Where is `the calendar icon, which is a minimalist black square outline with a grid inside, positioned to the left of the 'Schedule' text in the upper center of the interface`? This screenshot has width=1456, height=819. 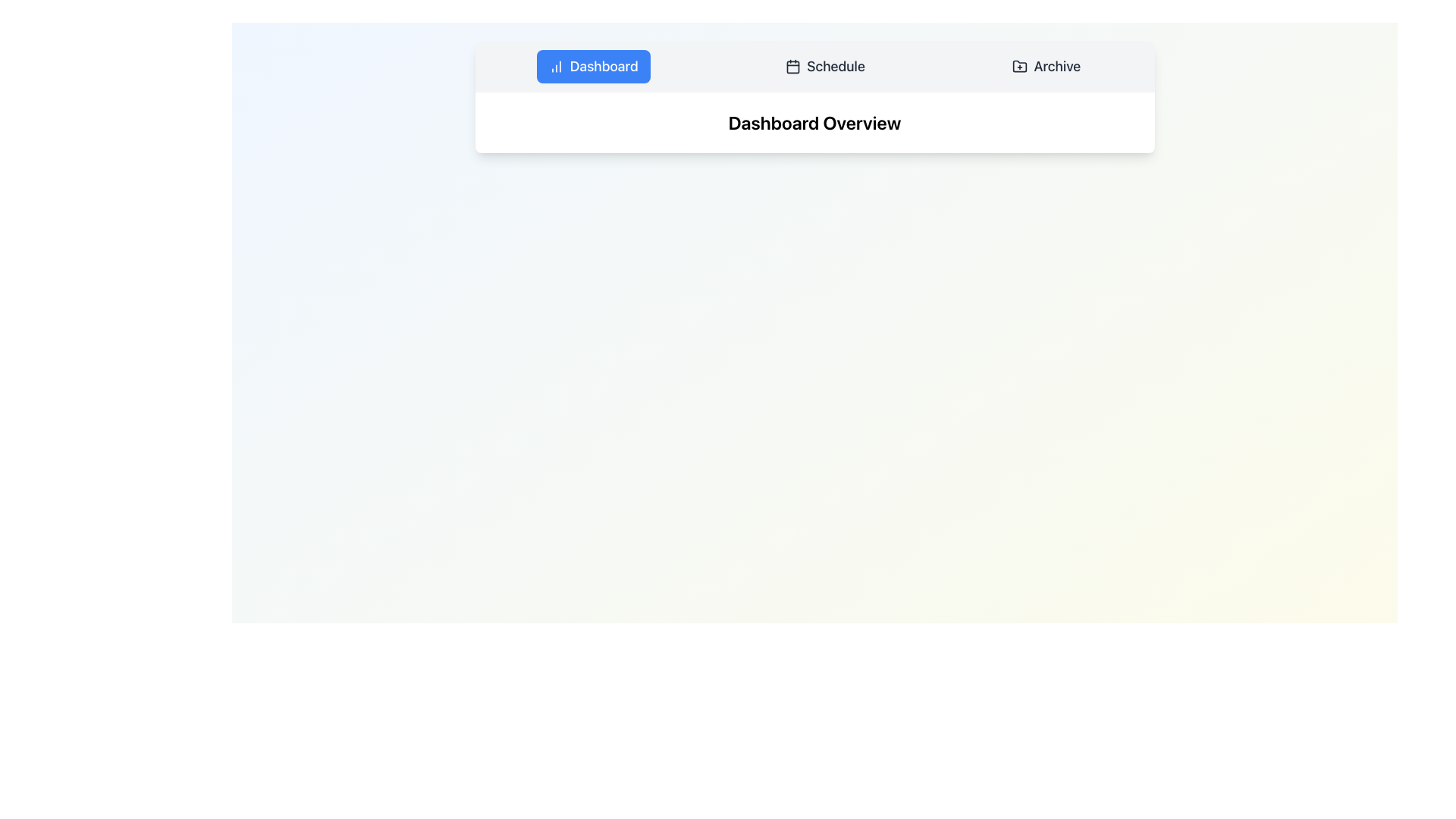
the calendar icon, which is a minimalist black square outline with a grid inside, positioned to the left of the 'Schedule' text in the upper center of the interface is located at coordinates (792, 66).